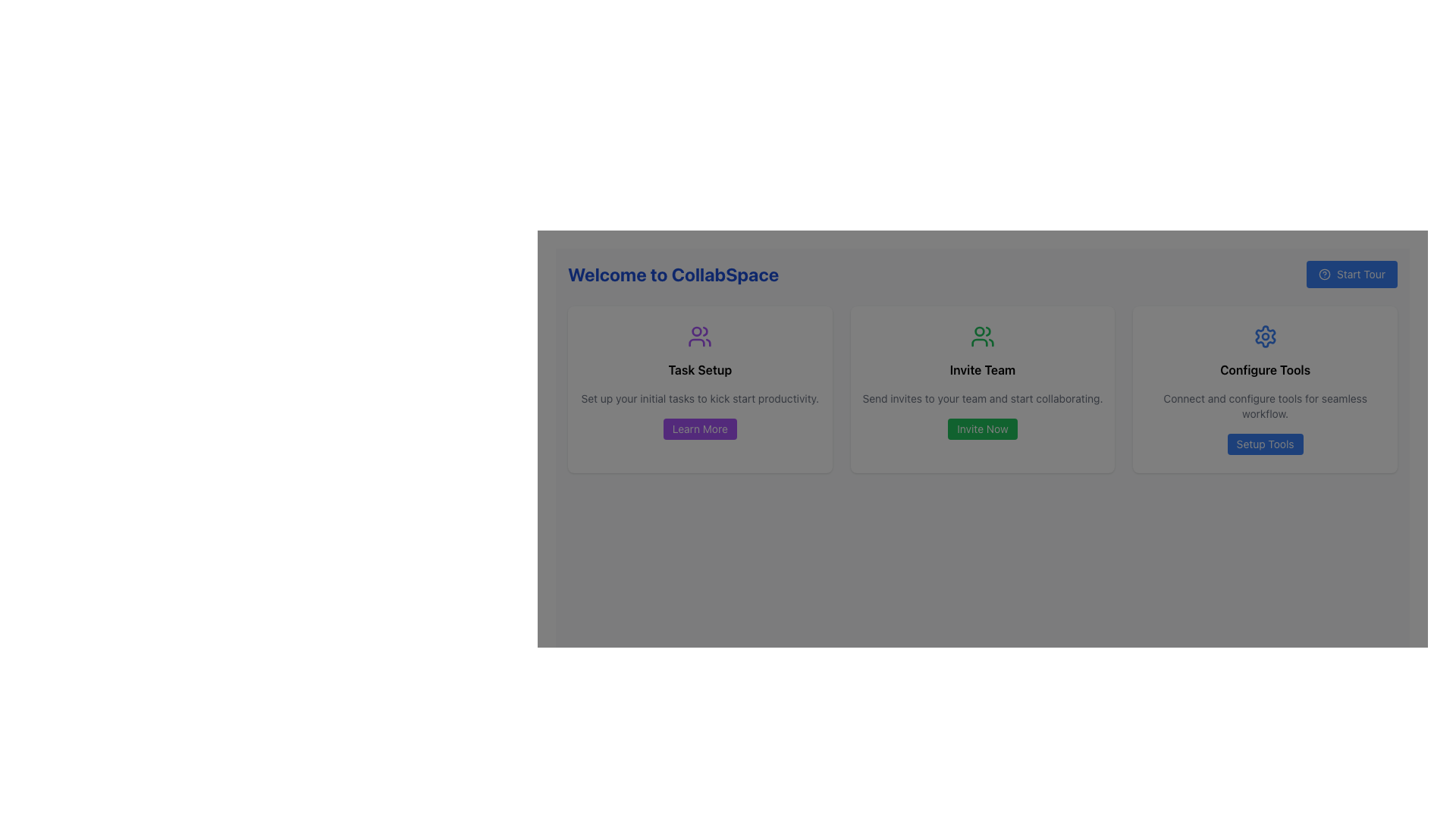 The image size is (1456, 819). Describe the element at coordinates (983, 397) in the screenshot. I see `static text element that displays the message 'Send invites to your team and start collaborating.' It is located below the title 'Invite Team' in the central card of a three-card layout` at that location.